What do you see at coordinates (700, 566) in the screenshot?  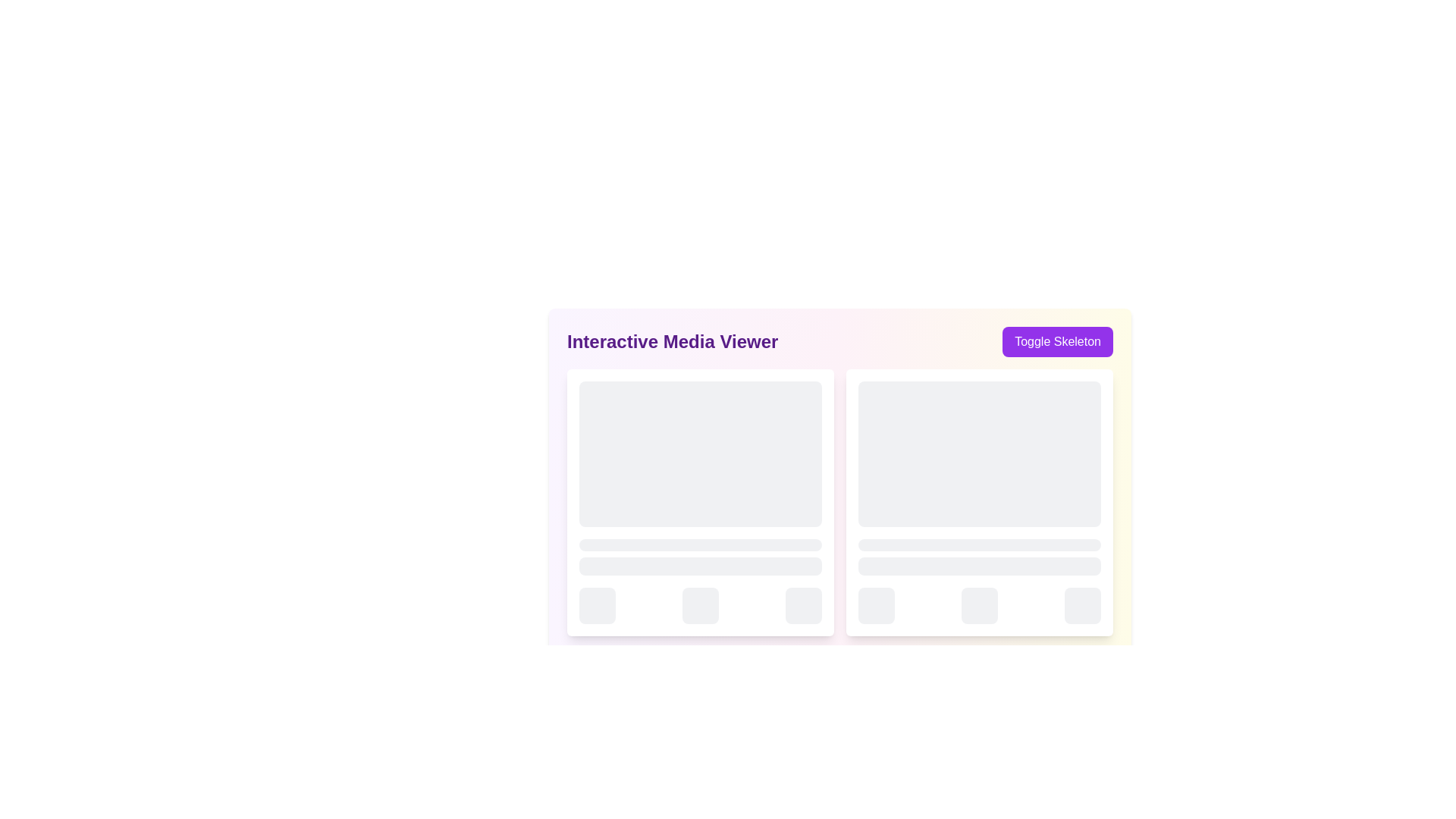 I see `the loading indicator or placeholder block located beneath the first rectangular block in the lower left-side box of the interface` at bounding box center [700, 566].